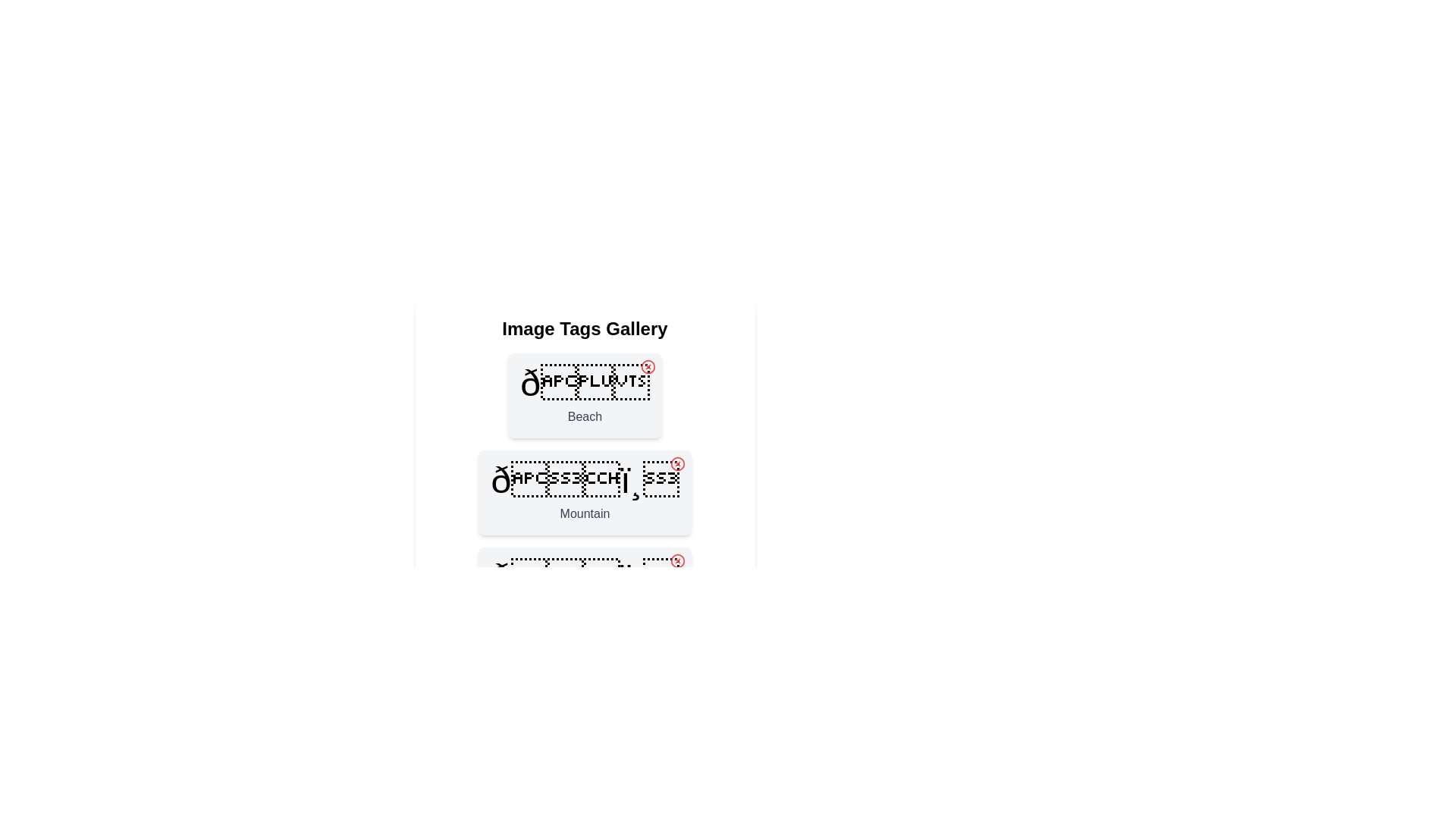 The image size is (1456, 819). Describe the element at coordinates (648, 366) in the screenshot. I see `close button for the tag labeled Beach` at that location.